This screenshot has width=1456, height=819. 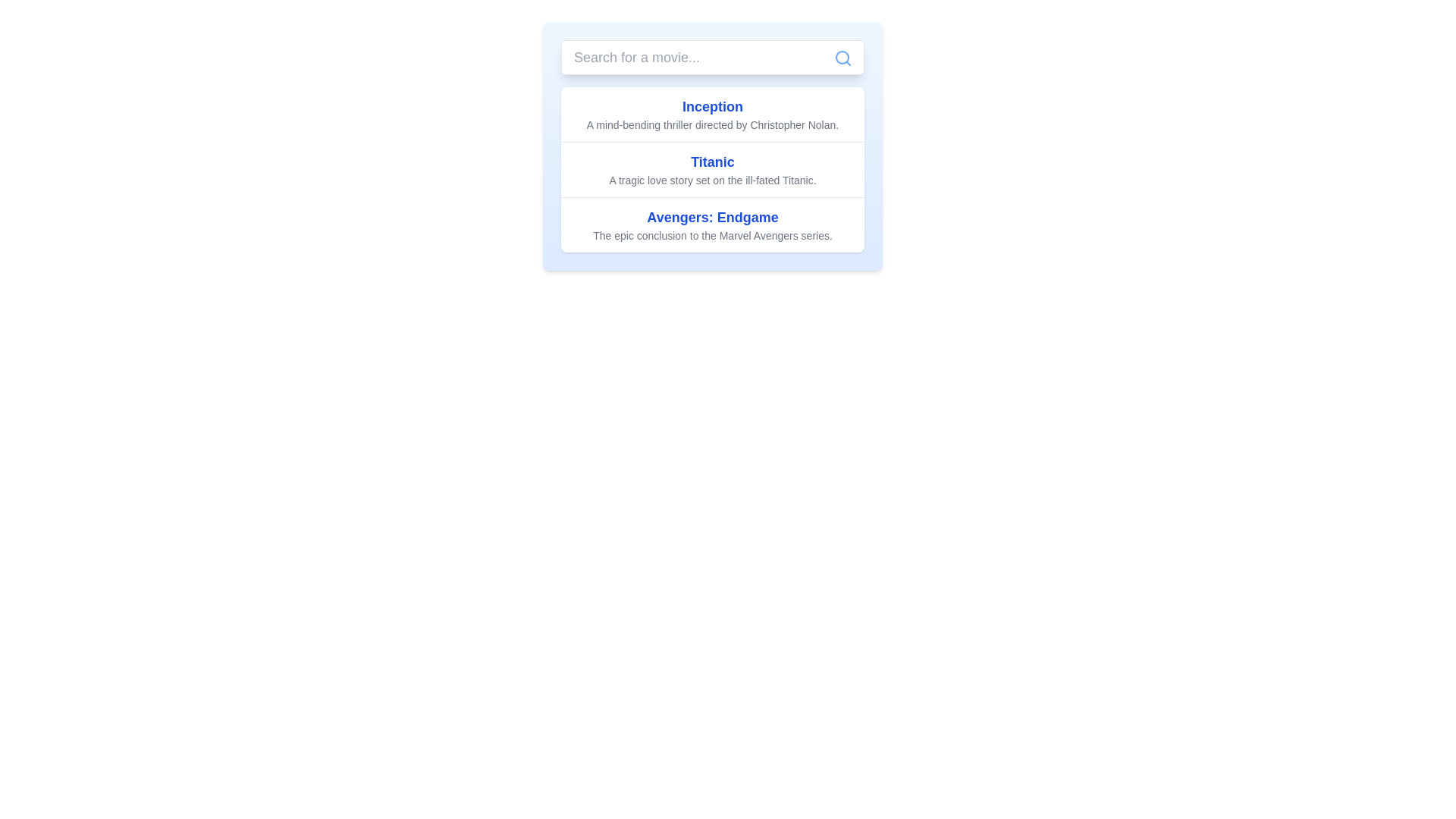 I want to click on the text label that states 'A tragic love story set on the ill-fated Titanic.', which is styled in a smaller gray font and is located directly below the title 'Titanic', so click(x=712, y=180).